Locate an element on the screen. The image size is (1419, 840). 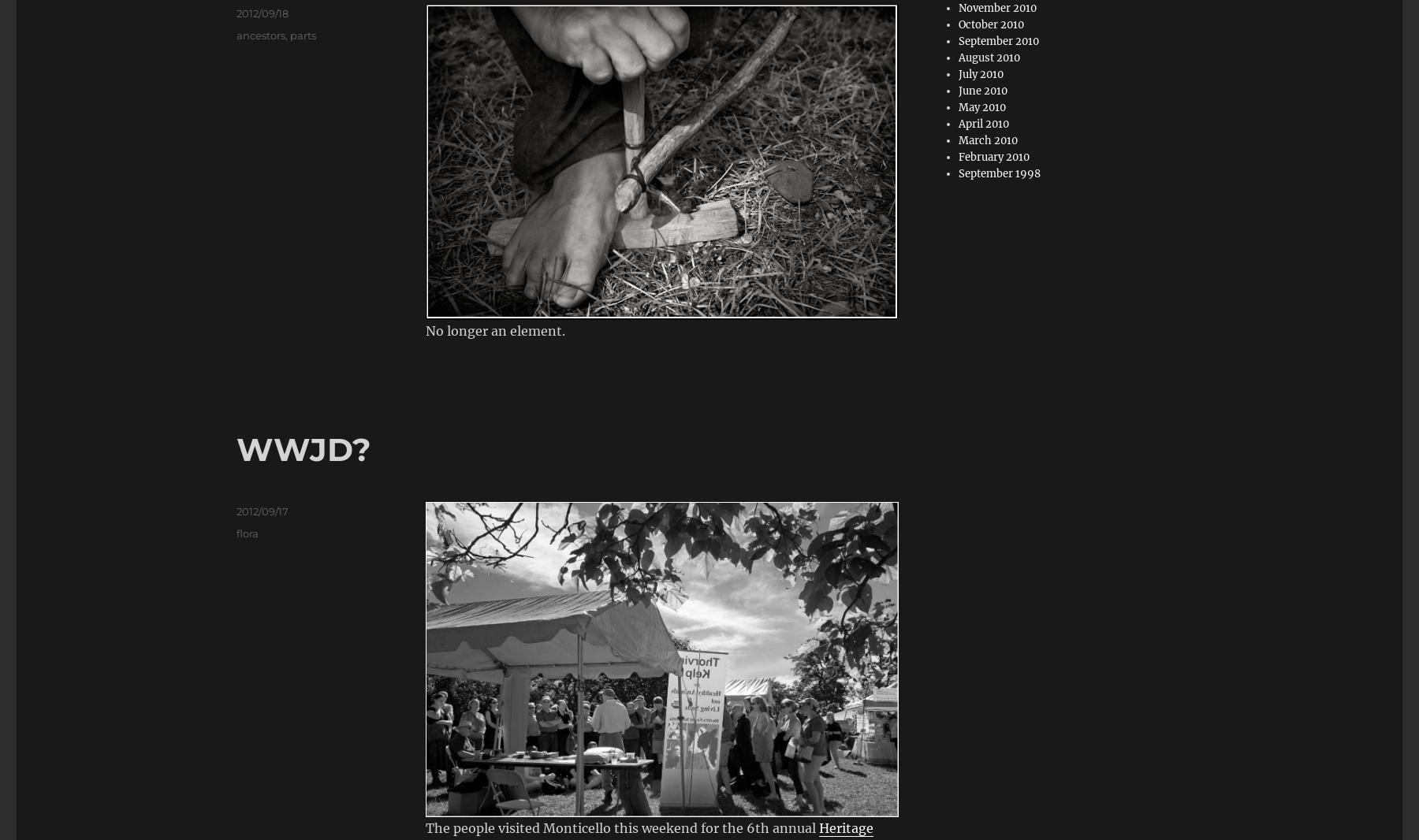
'April 2010' is located at coordinates (983, 123).